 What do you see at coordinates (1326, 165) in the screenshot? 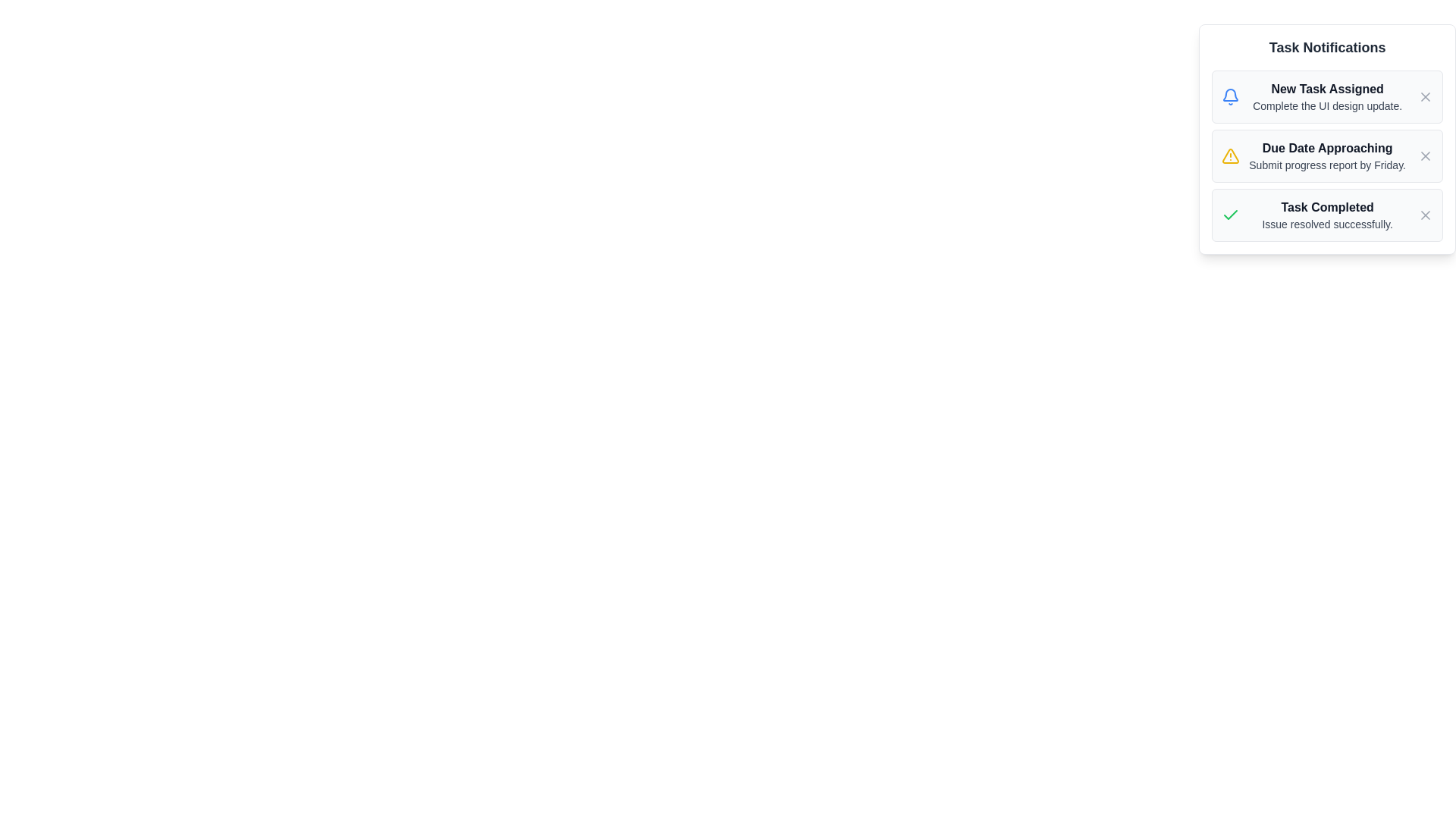
I see `the second line of text in the notifications list under the 'Due Date Approaching' section, which is styled in a smaller font size with gray coloring` at bounding box center [1326, 165].